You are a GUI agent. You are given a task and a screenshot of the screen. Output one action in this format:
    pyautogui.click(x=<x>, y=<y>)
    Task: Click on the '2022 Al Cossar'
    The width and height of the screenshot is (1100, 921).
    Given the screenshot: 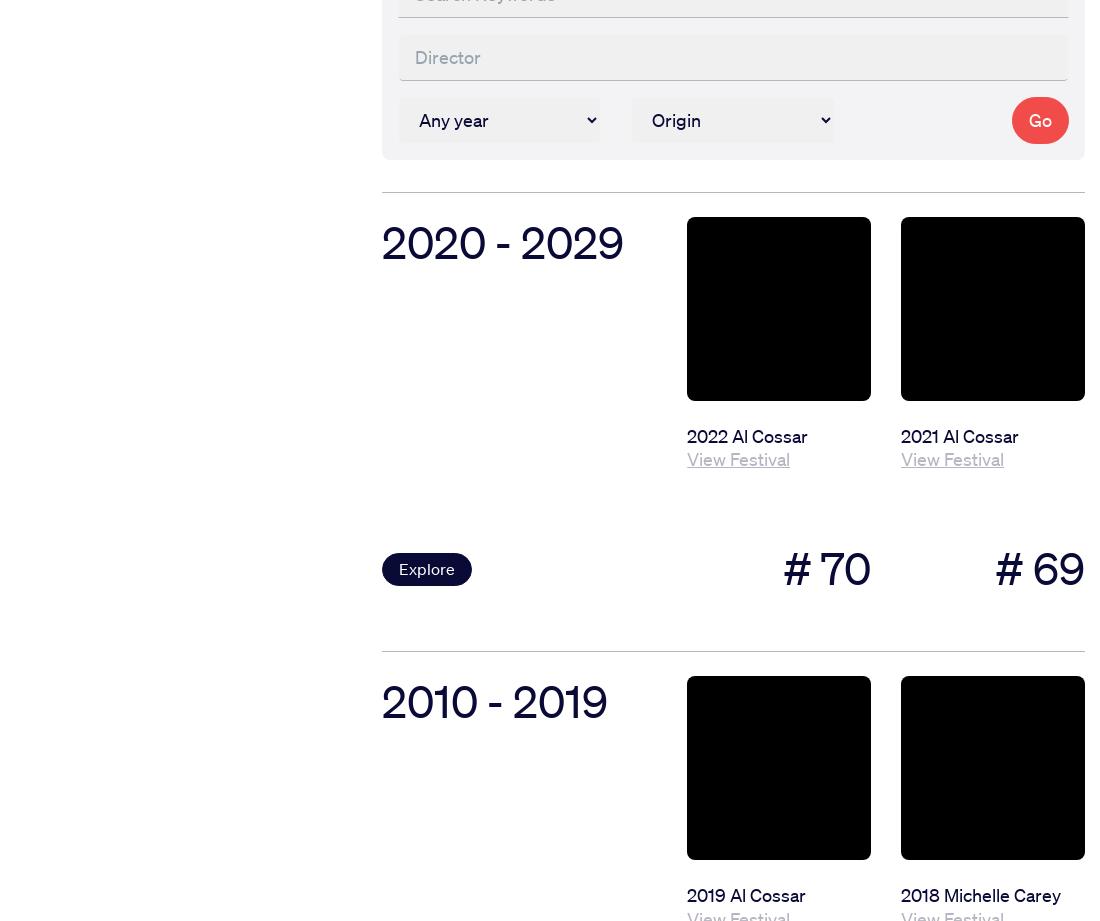 What is the action you would take?
    pyautogui.click(x=746, y=434)
    